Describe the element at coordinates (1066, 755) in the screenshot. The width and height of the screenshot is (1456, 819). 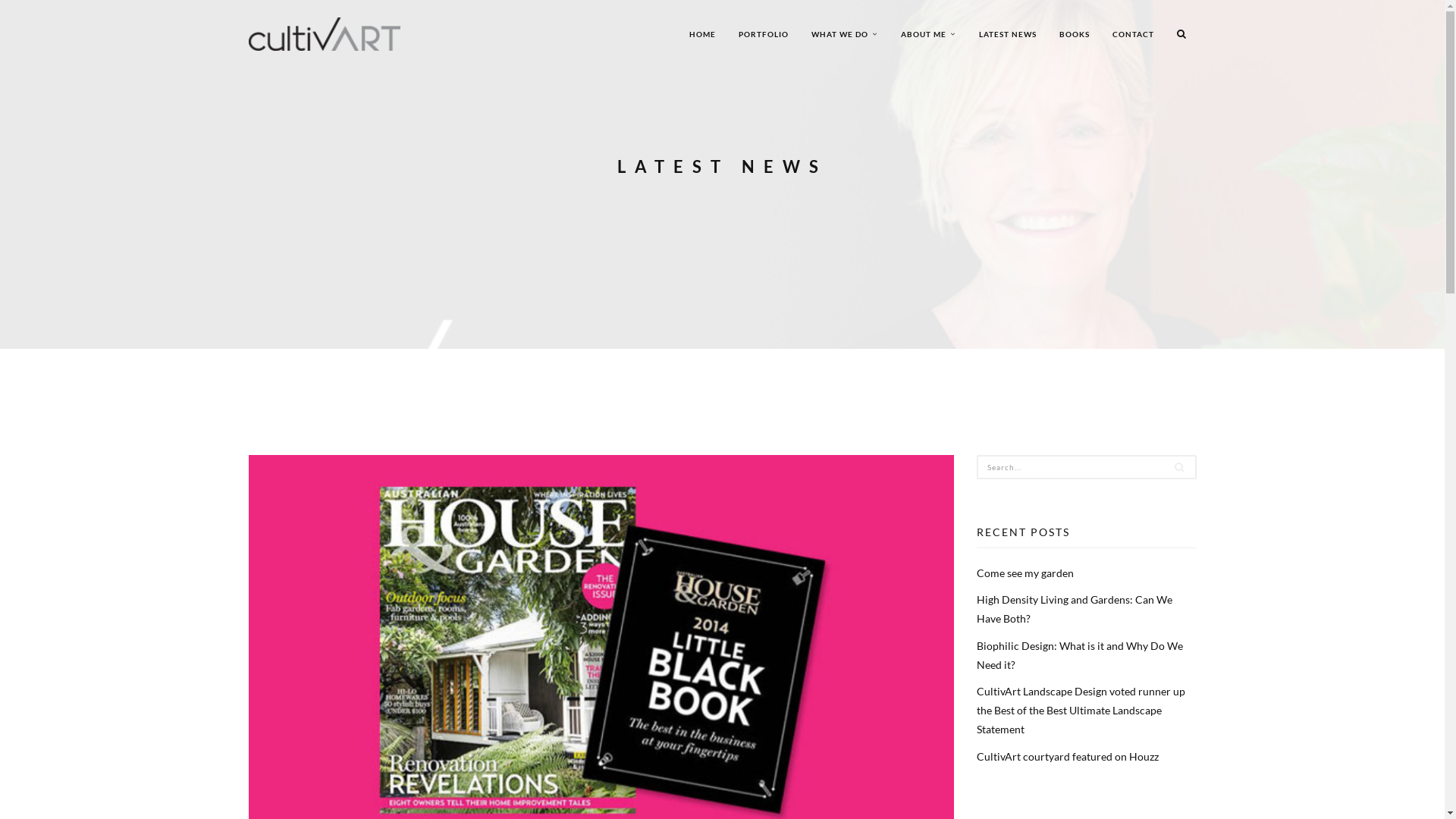
I see `'CultivArt courtyard featured on Houzz'` at that location.